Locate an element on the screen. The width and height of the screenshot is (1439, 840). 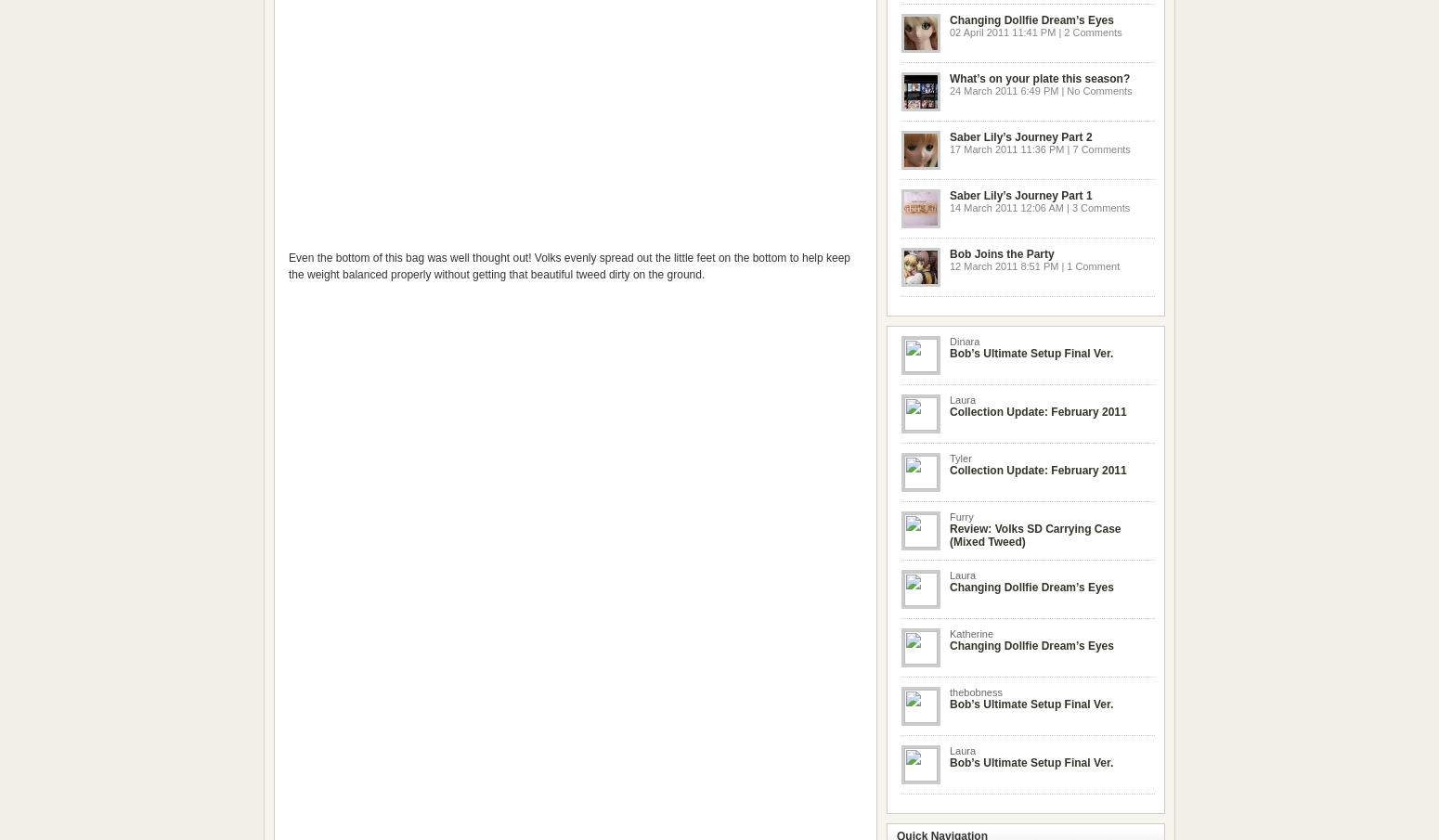
'12 March 2011 8:51 PM | 
						1 Comment' is located at coordinates (1033, 265).